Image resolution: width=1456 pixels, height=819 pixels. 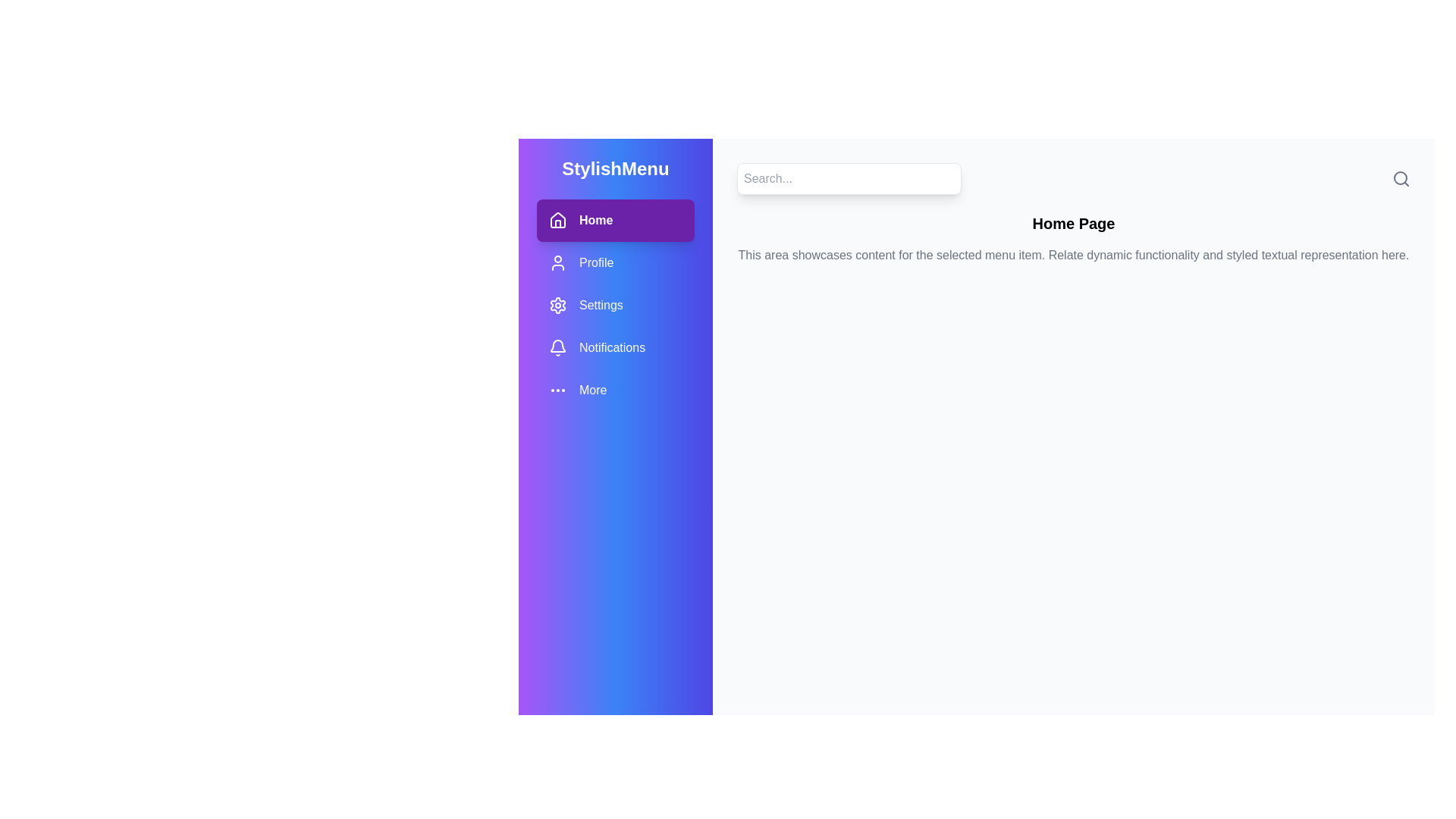 What do you see at coordinates (615, 305) in the screenshot?
I see `the menu item Settings to navigate to the corresponding page` at bounding box center [615, 305].